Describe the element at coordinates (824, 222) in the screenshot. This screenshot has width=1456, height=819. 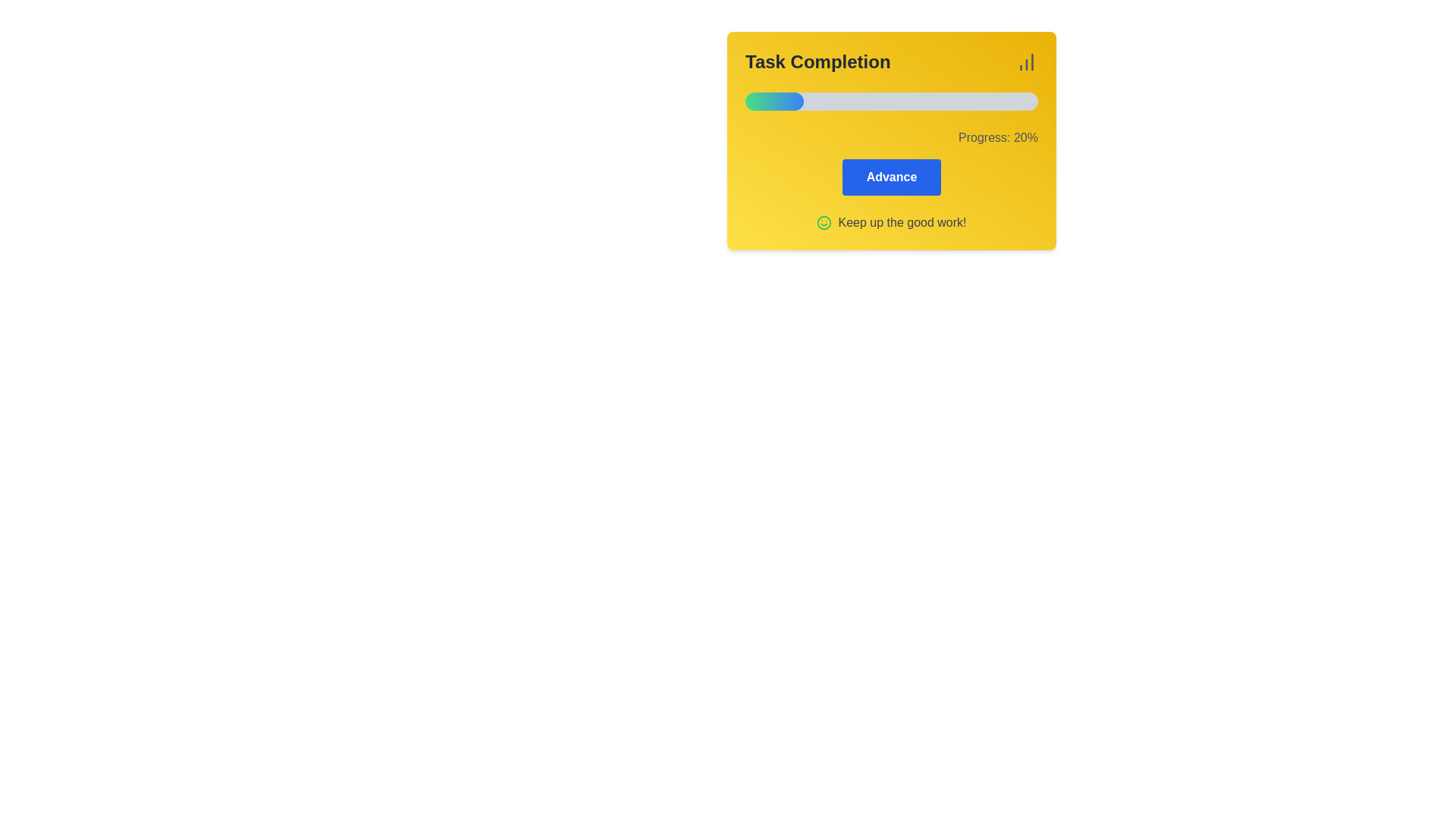
I see `the decorative icon positioned to the left of the text 'Keep up the good work!' within the yellow card group` at that location.